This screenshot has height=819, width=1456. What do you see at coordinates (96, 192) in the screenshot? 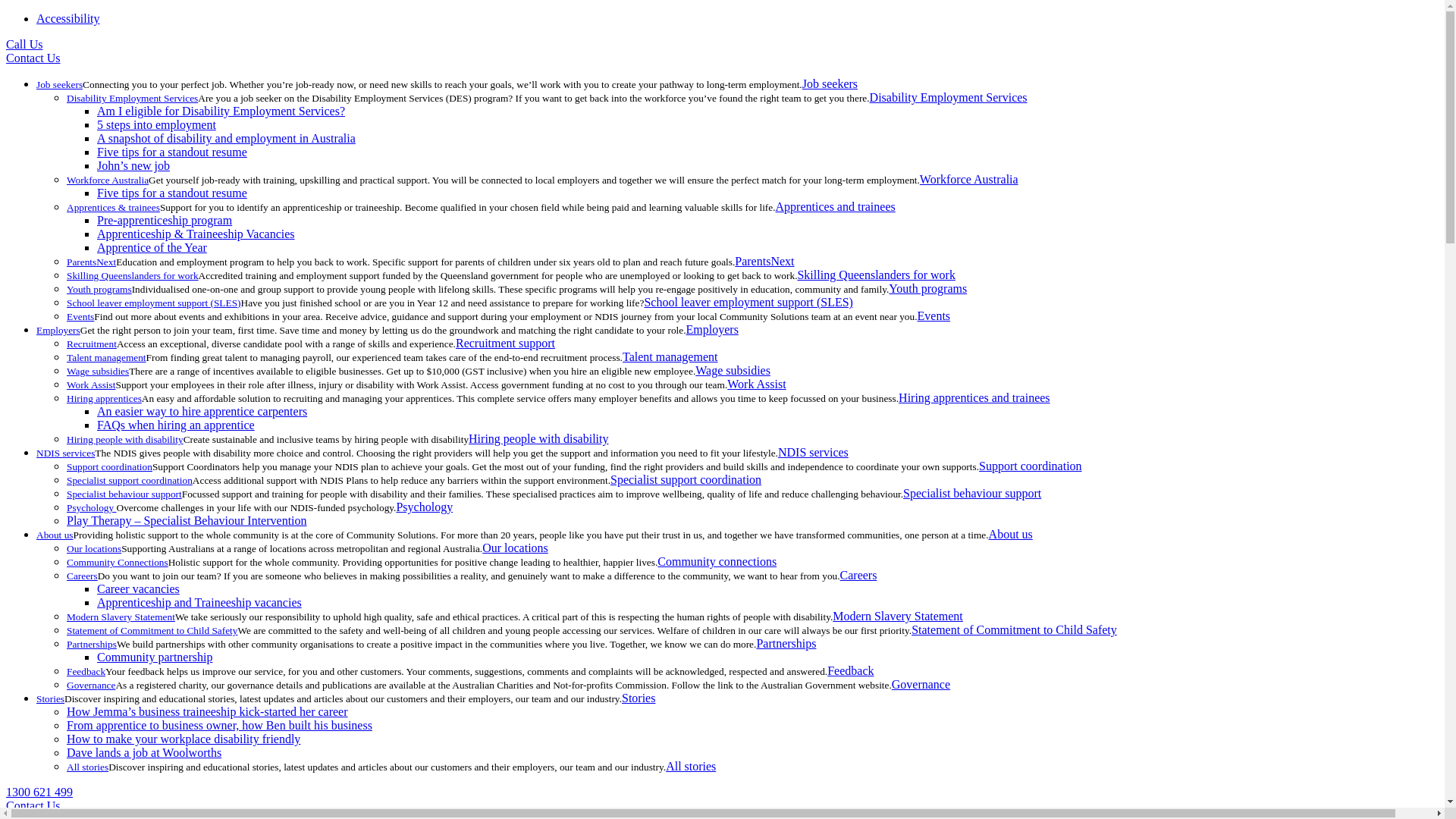
I see `'Five tips for a standout resume'` at bounding box center [96, 192].